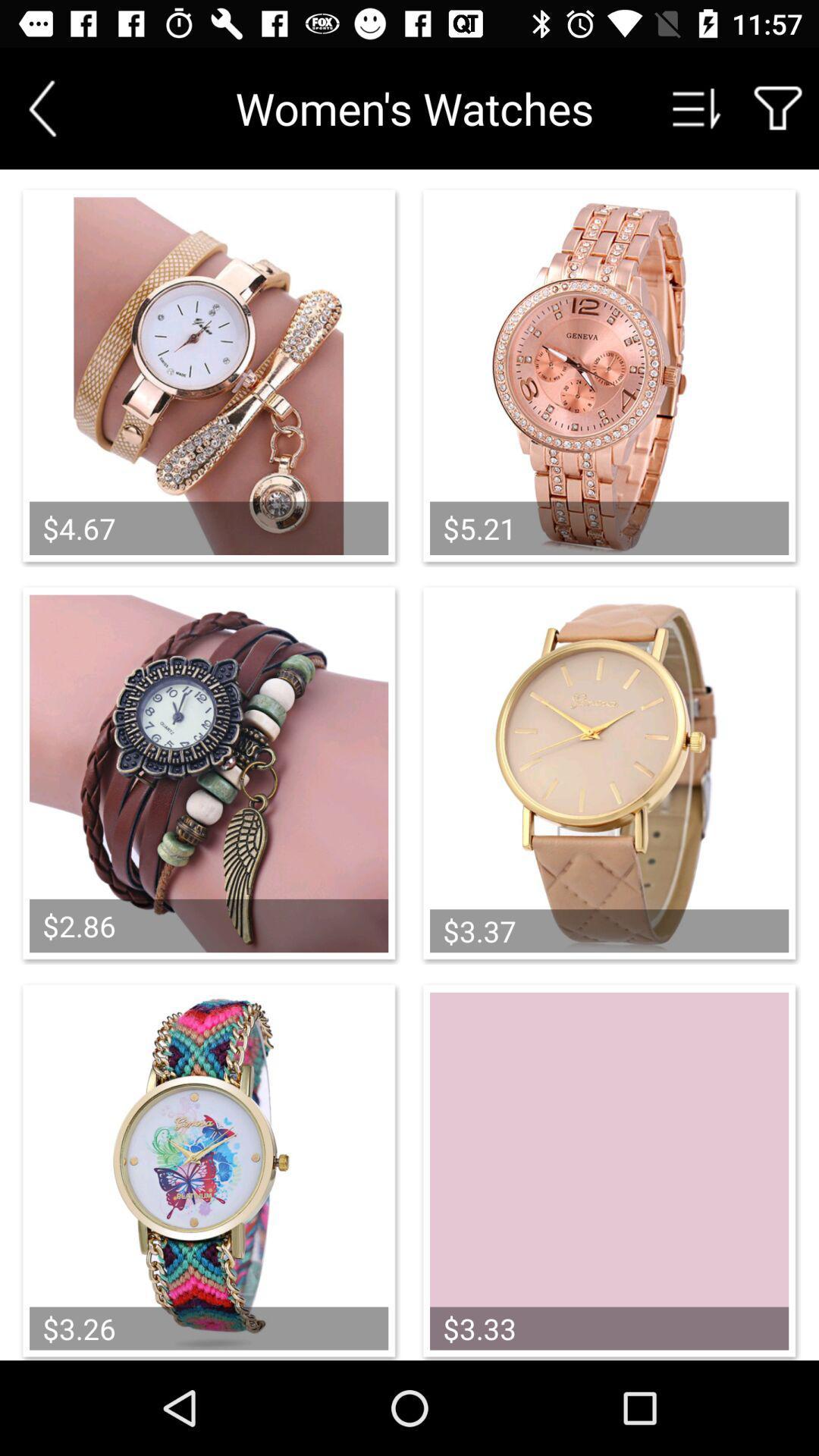  I want to click on go back, so click(42, 108).